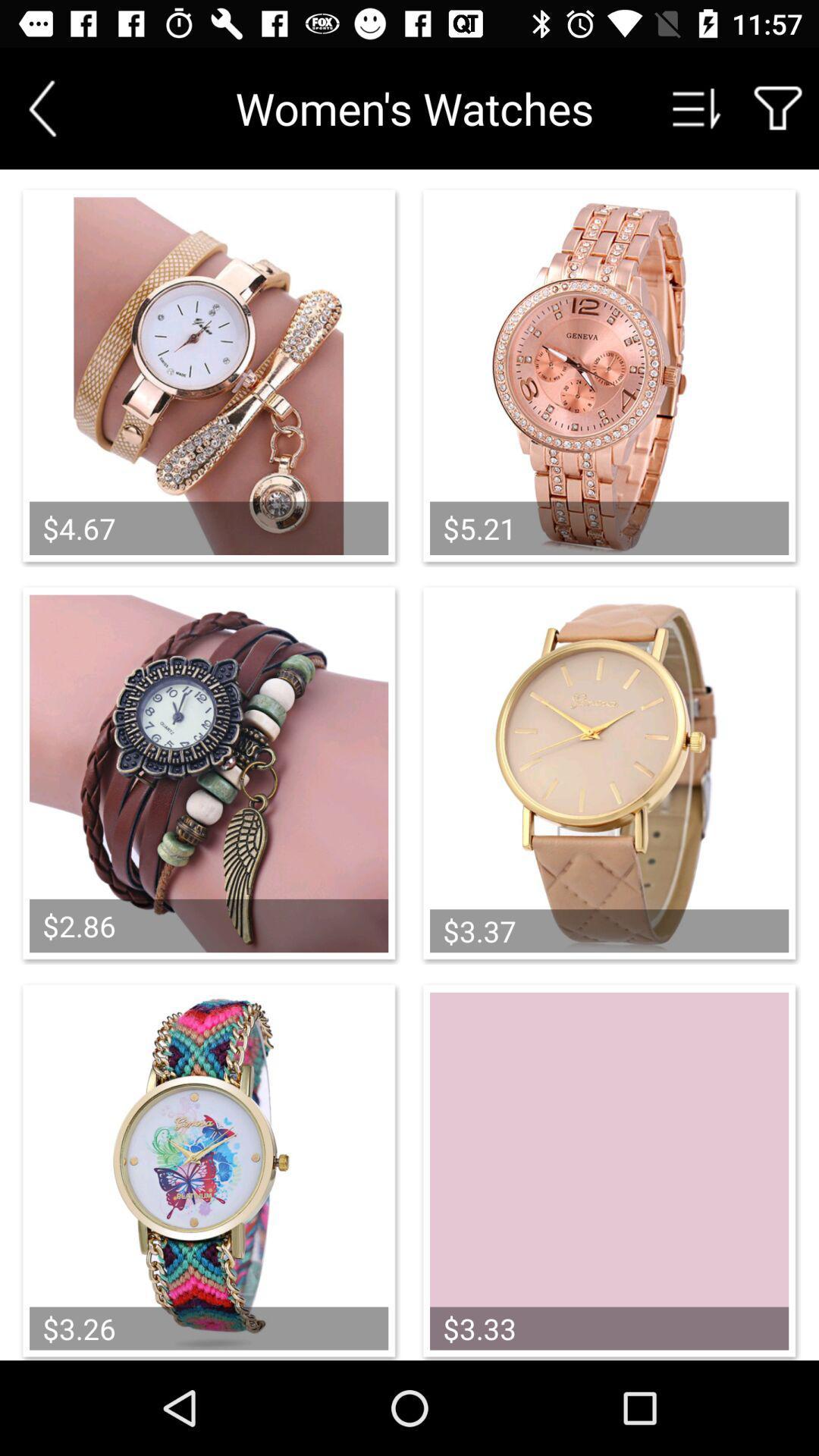  I want to click on go back, so click(42, 108).